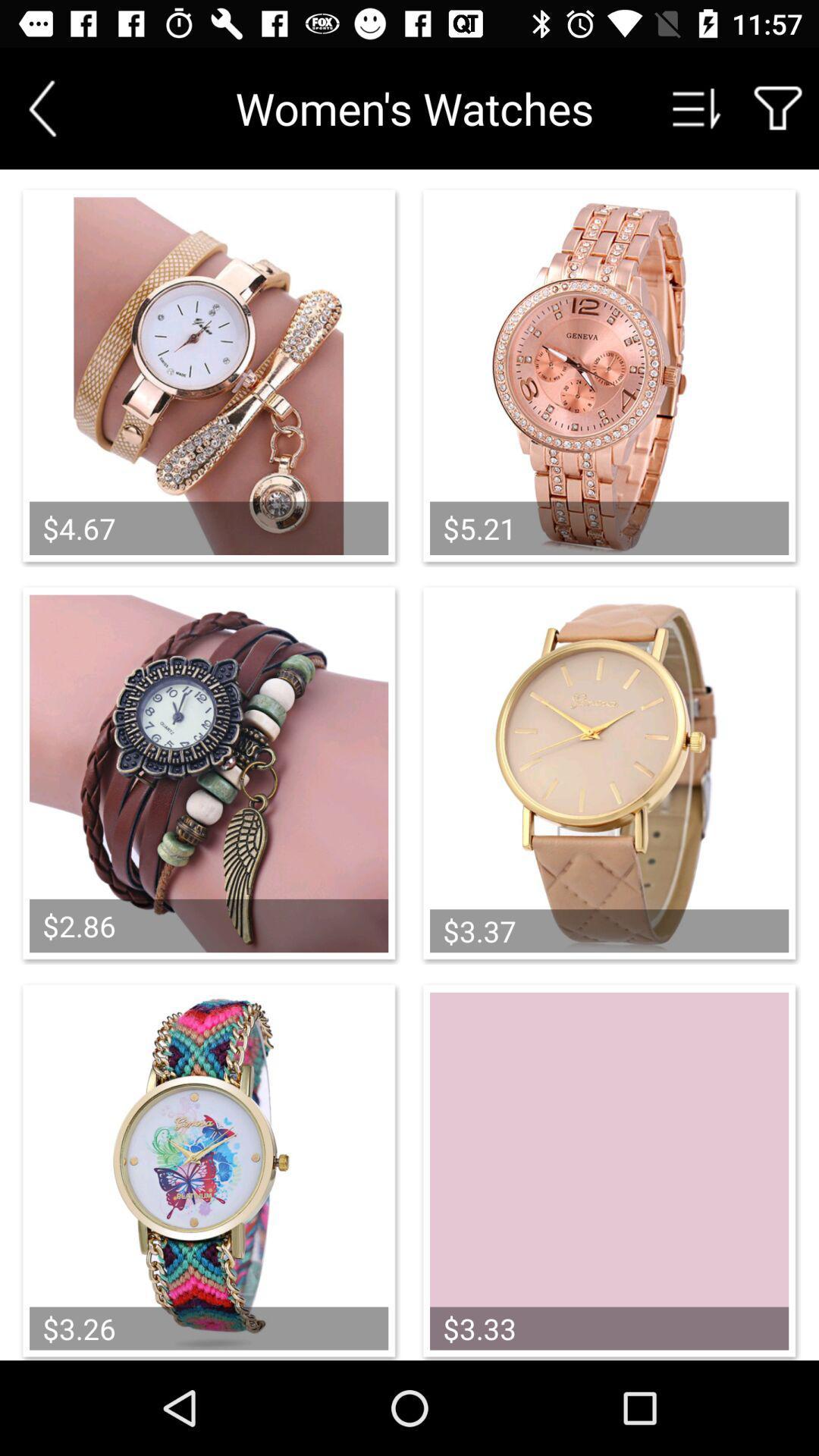  I want to click on go back, so click(42, 108).